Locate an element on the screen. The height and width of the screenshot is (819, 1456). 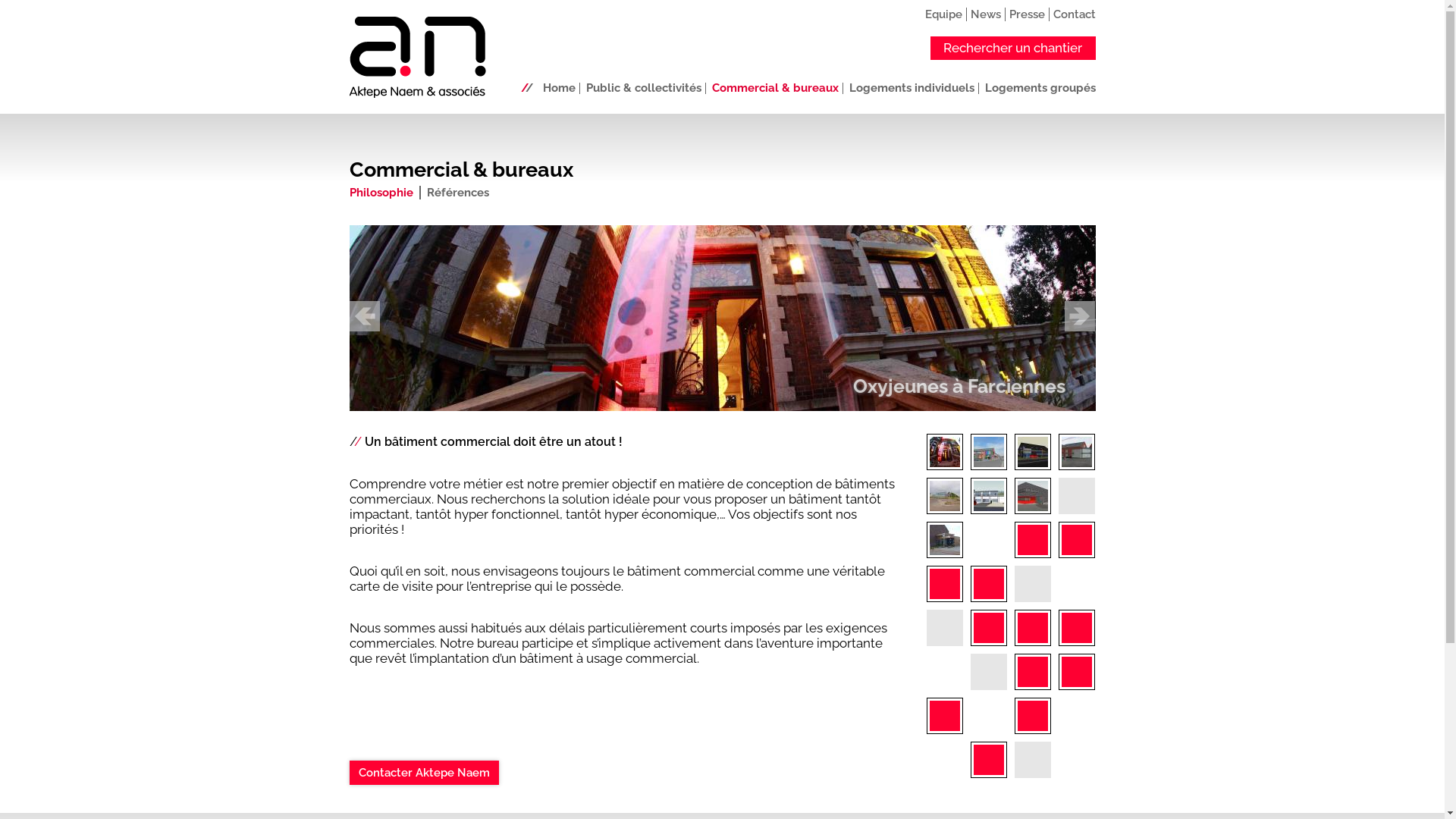
'Equipe' is located at coordinates (943, 14).